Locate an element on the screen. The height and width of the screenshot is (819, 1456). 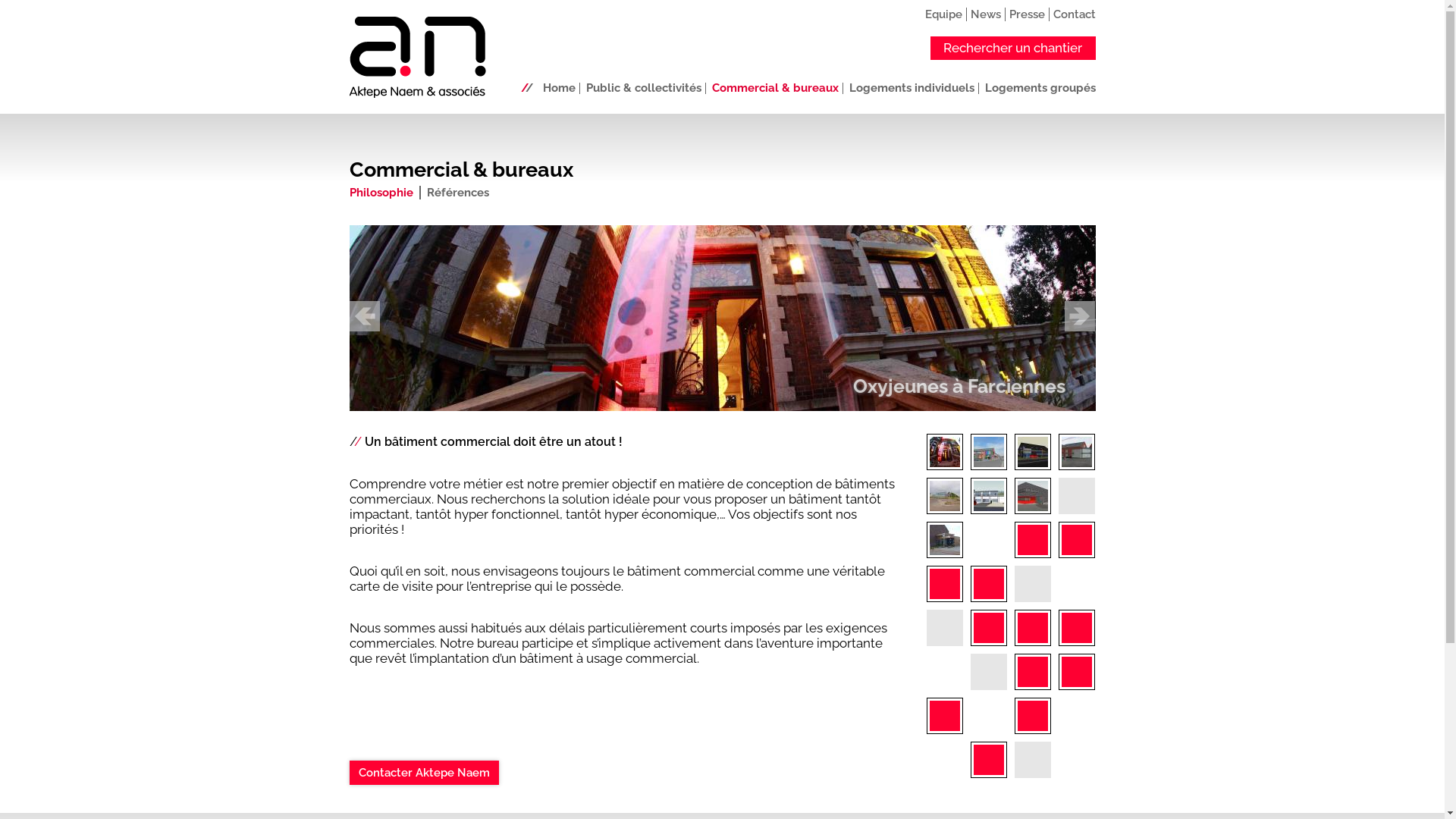
'Equipe' is located at coordinates (943, 14).